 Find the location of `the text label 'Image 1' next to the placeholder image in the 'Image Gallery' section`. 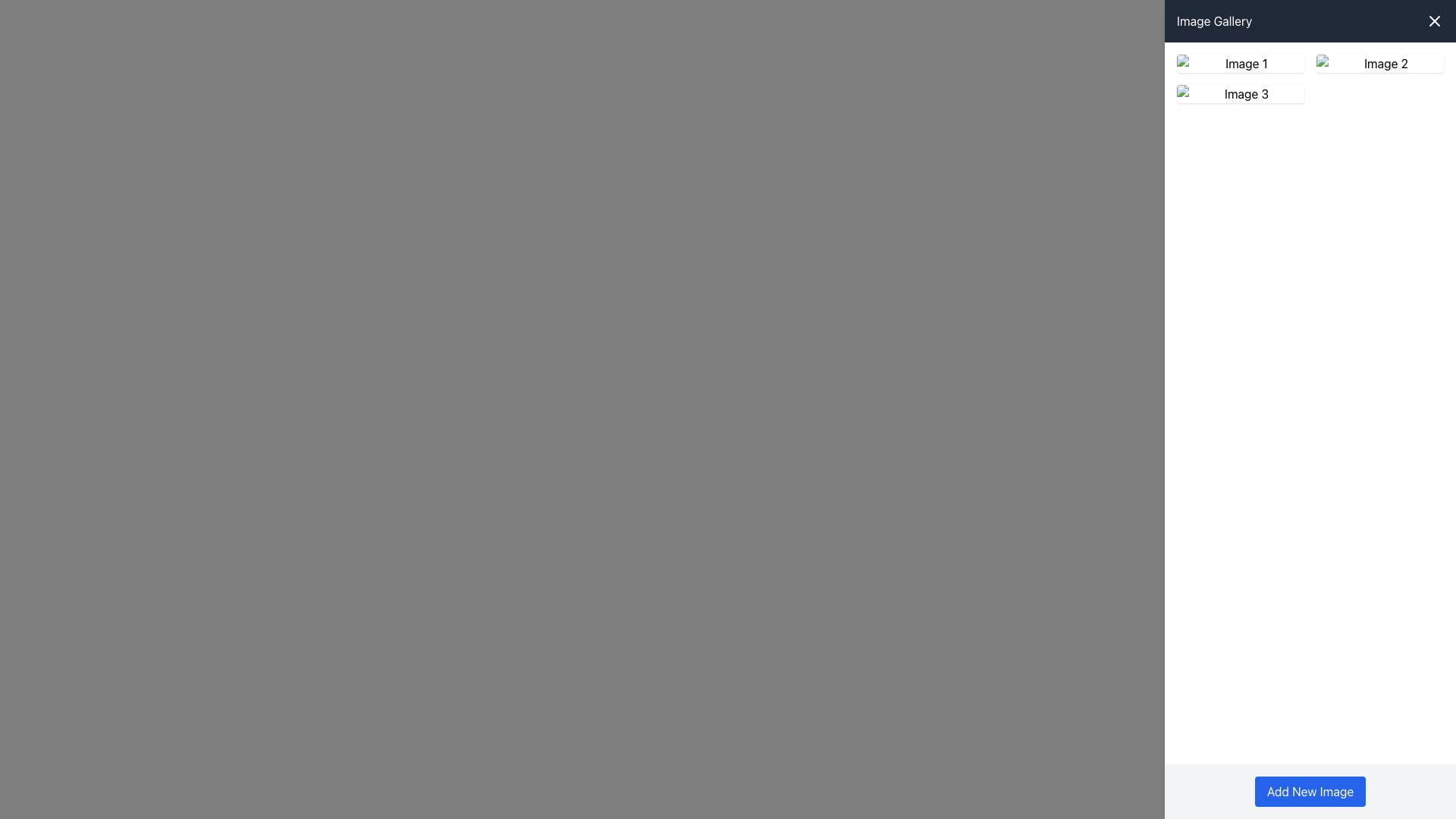

the text label 'Image 1' next to the placeholder image in the 'Image Gallery' section is located at coordinates (1241, 63).